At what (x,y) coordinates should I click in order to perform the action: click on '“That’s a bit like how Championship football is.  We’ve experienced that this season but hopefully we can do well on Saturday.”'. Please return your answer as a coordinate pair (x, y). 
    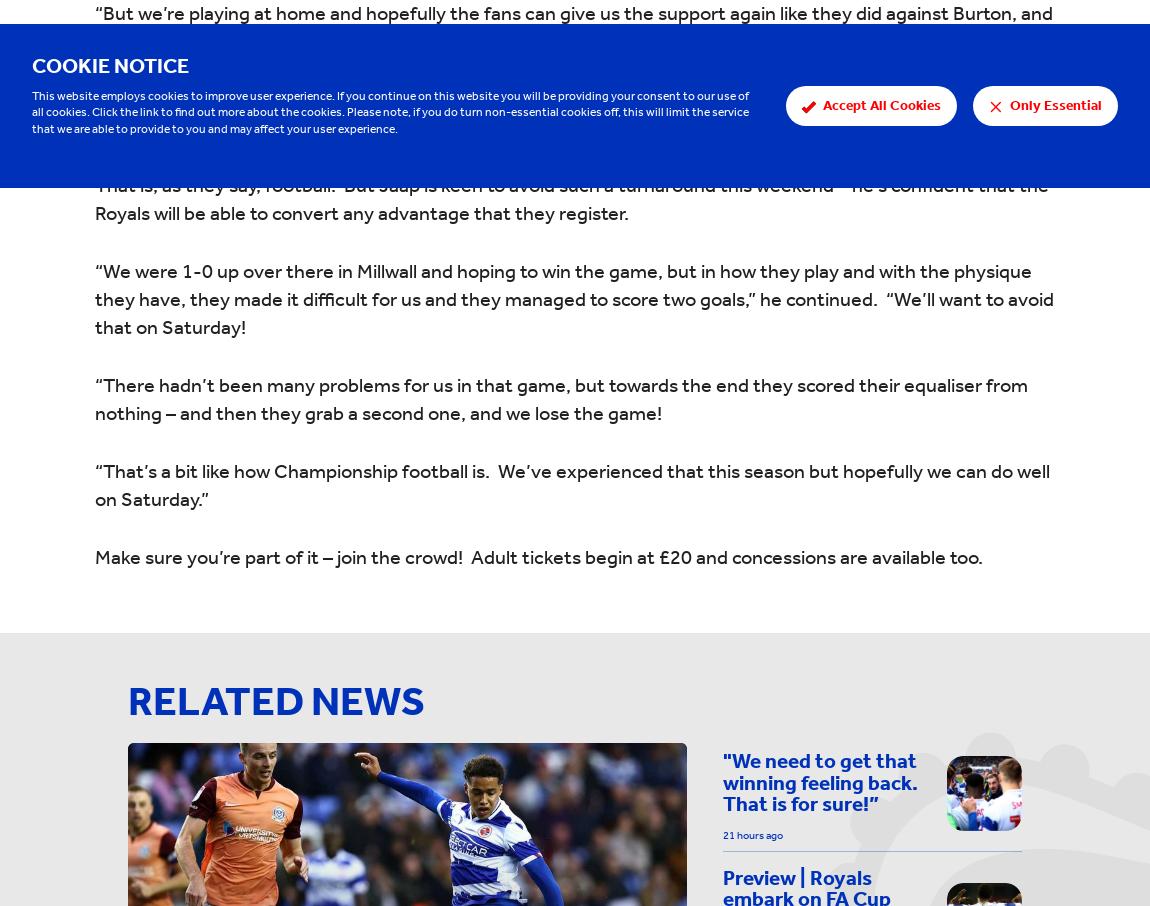
    Looking at the image, I should click on (572, 483).